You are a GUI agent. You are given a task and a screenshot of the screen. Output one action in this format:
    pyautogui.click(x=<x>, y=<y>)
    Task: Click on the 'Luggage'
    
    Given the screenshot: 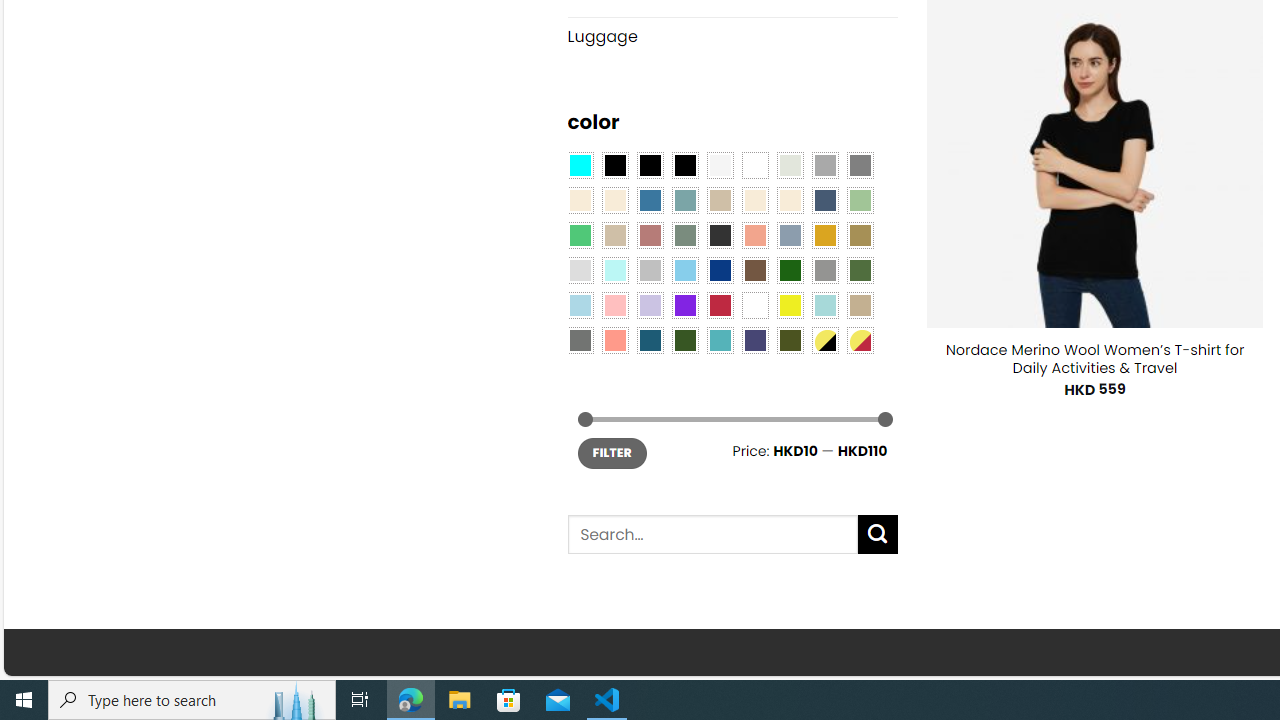 What is the action you would take?
    pyautogui.click(x=731, y=36)
    